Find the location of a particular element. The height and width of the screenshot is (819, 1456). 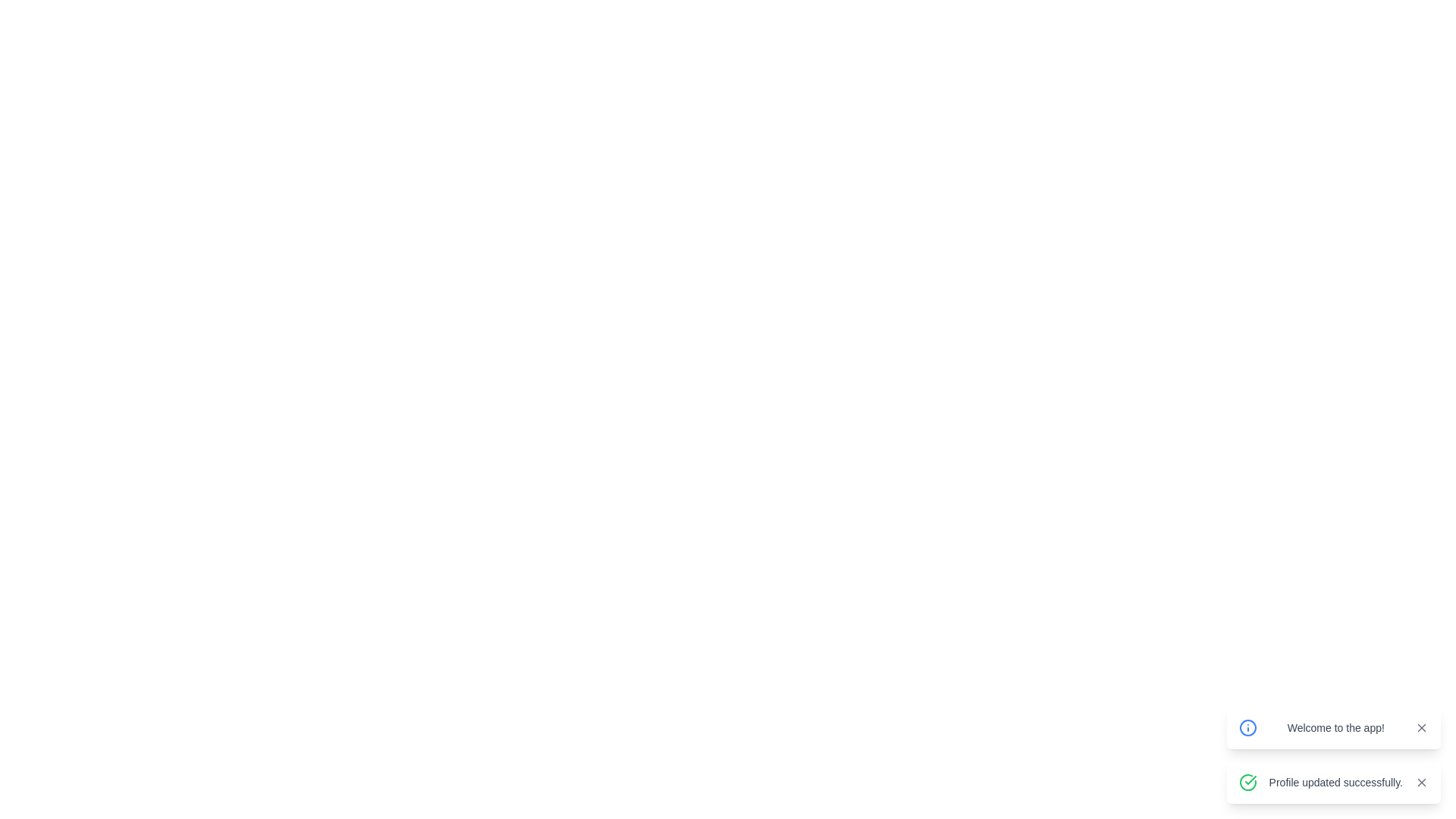

the circular SVG graphic element located next to the text 'Welcome to the app!' in the notification section at the lower right corner of the layout is located at coordinates (1247, 727).